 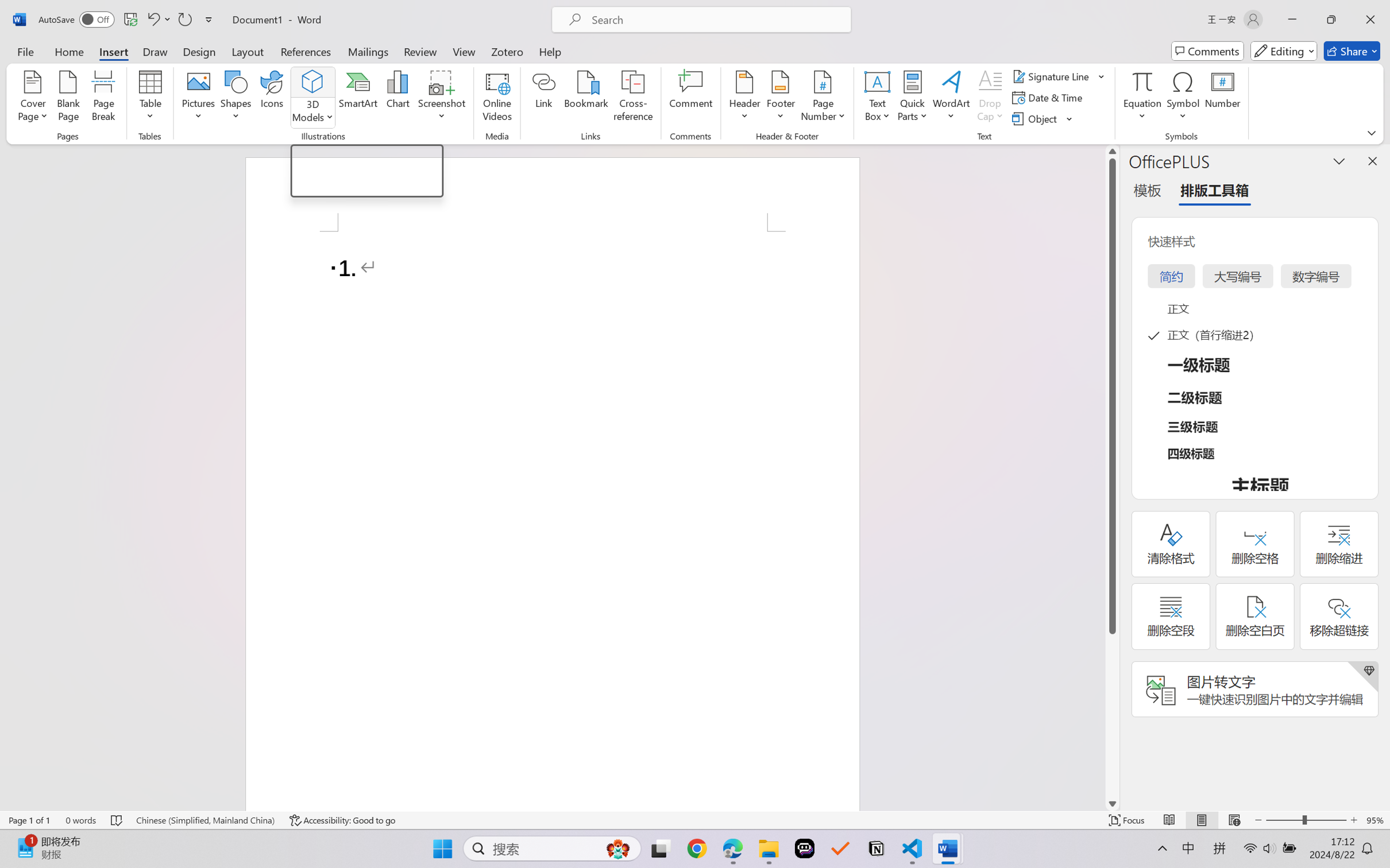 I want to click on 'Online Videos...', so click(x=497, y=98).